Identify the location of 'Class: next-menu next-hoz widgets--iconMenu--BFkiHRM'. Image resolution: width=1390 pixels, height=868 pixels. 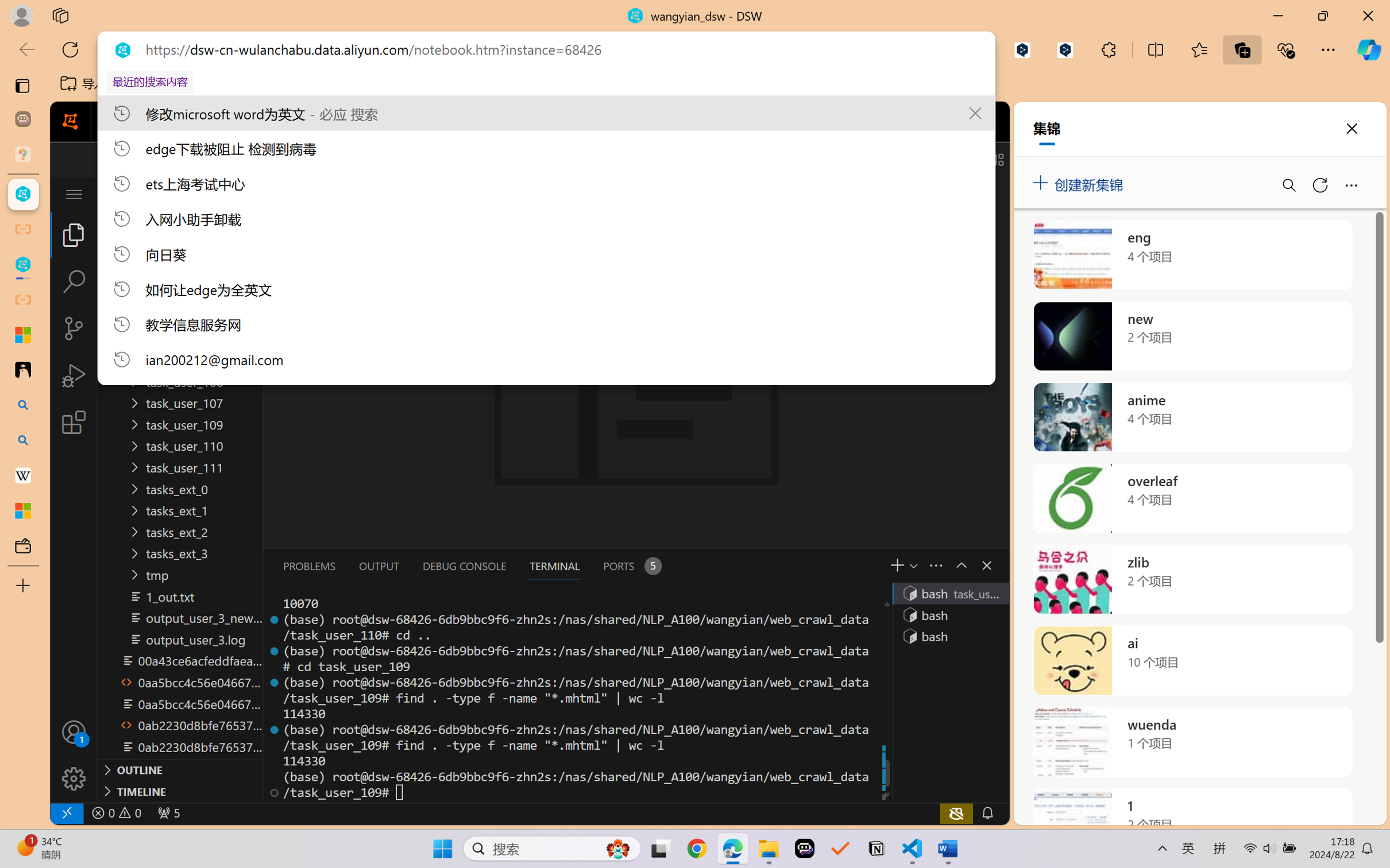
(931, 121).